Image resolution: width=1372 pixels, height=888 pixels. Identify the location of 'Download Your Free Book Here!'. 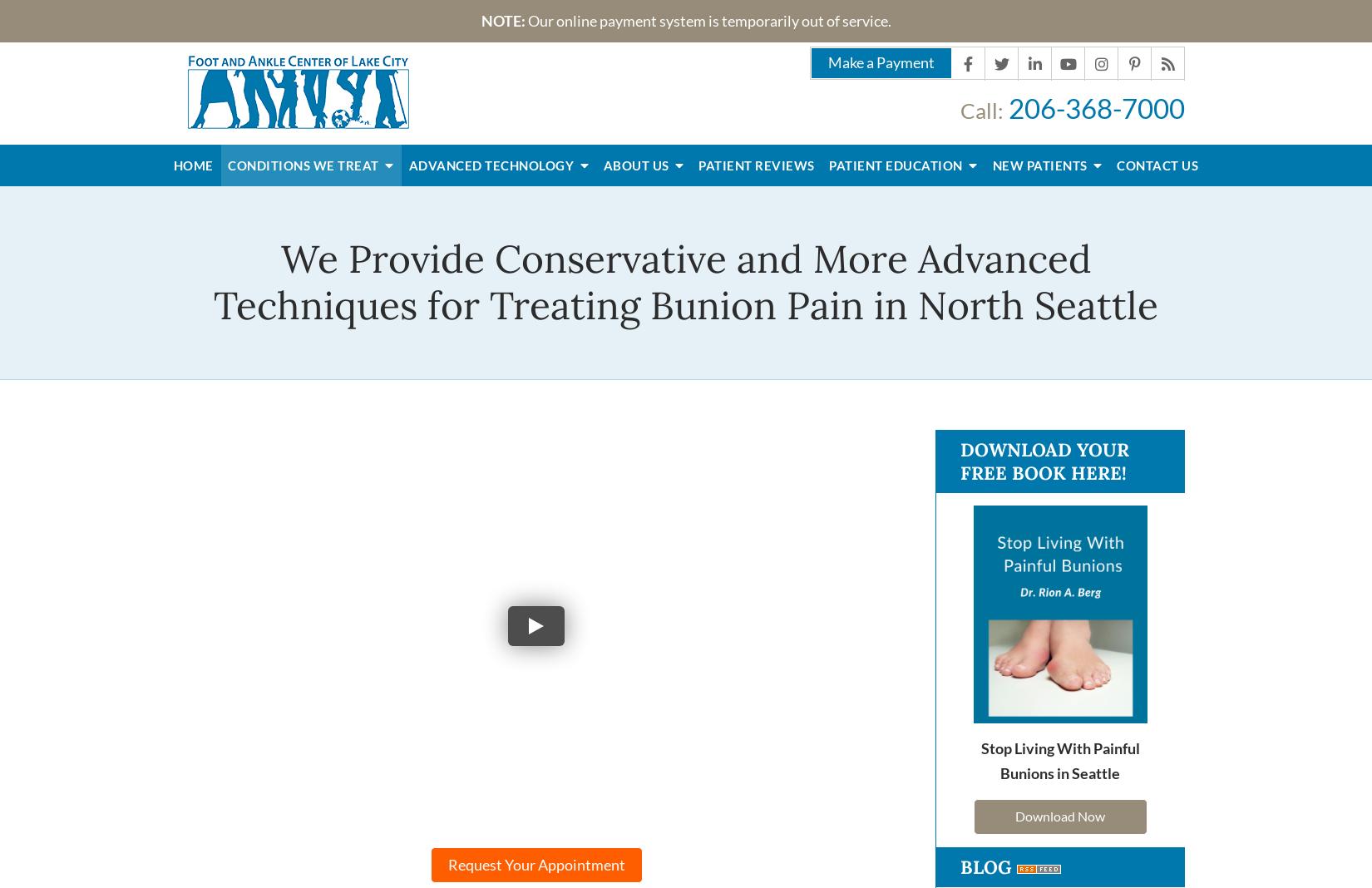
(1044, 468).